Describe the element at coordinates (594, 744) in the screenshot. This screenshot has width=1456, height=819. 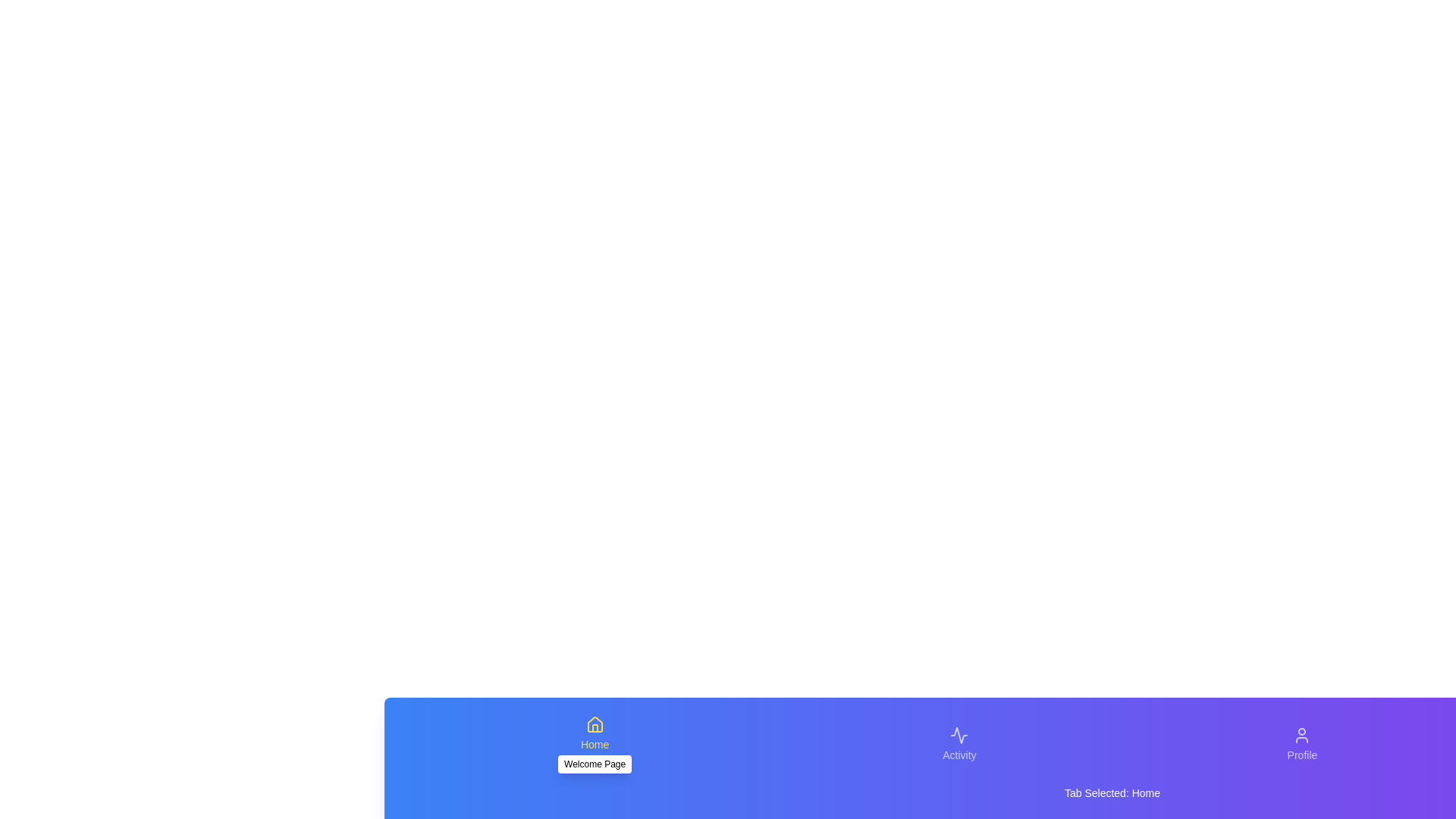
I see `the Home tab to activate it` at that location.